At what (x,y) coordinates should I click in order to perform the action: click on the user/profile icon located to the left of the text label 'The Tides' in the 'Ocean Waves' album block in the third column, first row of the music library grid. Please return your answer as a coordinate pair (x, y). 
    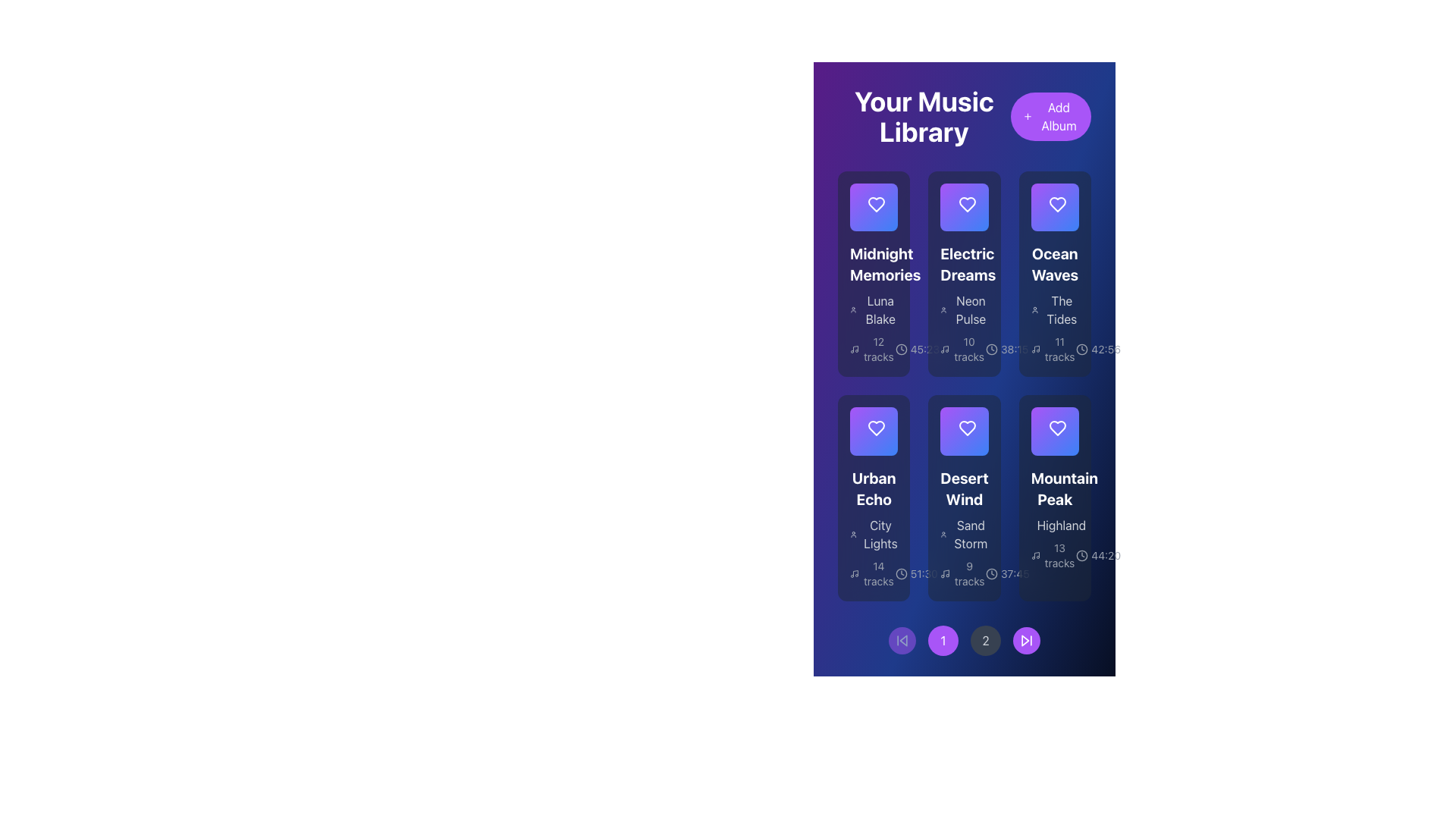
    Looking at the image, I should click on (1034, 309).